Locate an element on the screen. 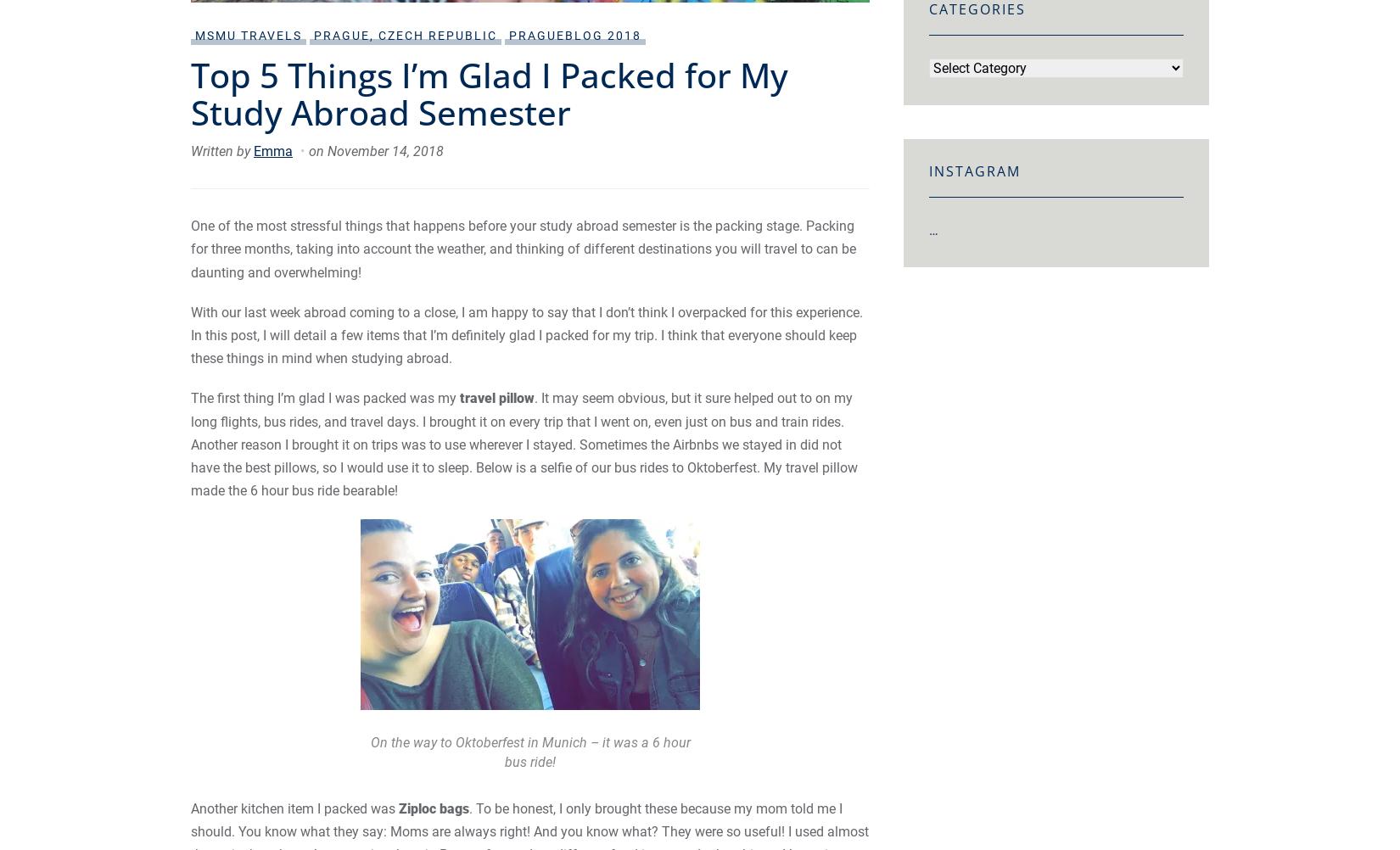 The width and height of the screenshot is (1400, 850). 'One of the most stressful things that happens before your study abroad semester is the packing stage. Packing for three months, taking into account the weather, and thinking of different destinations you will travel to can be daunting and overwhelming!' is located at coordinates (522, 248).